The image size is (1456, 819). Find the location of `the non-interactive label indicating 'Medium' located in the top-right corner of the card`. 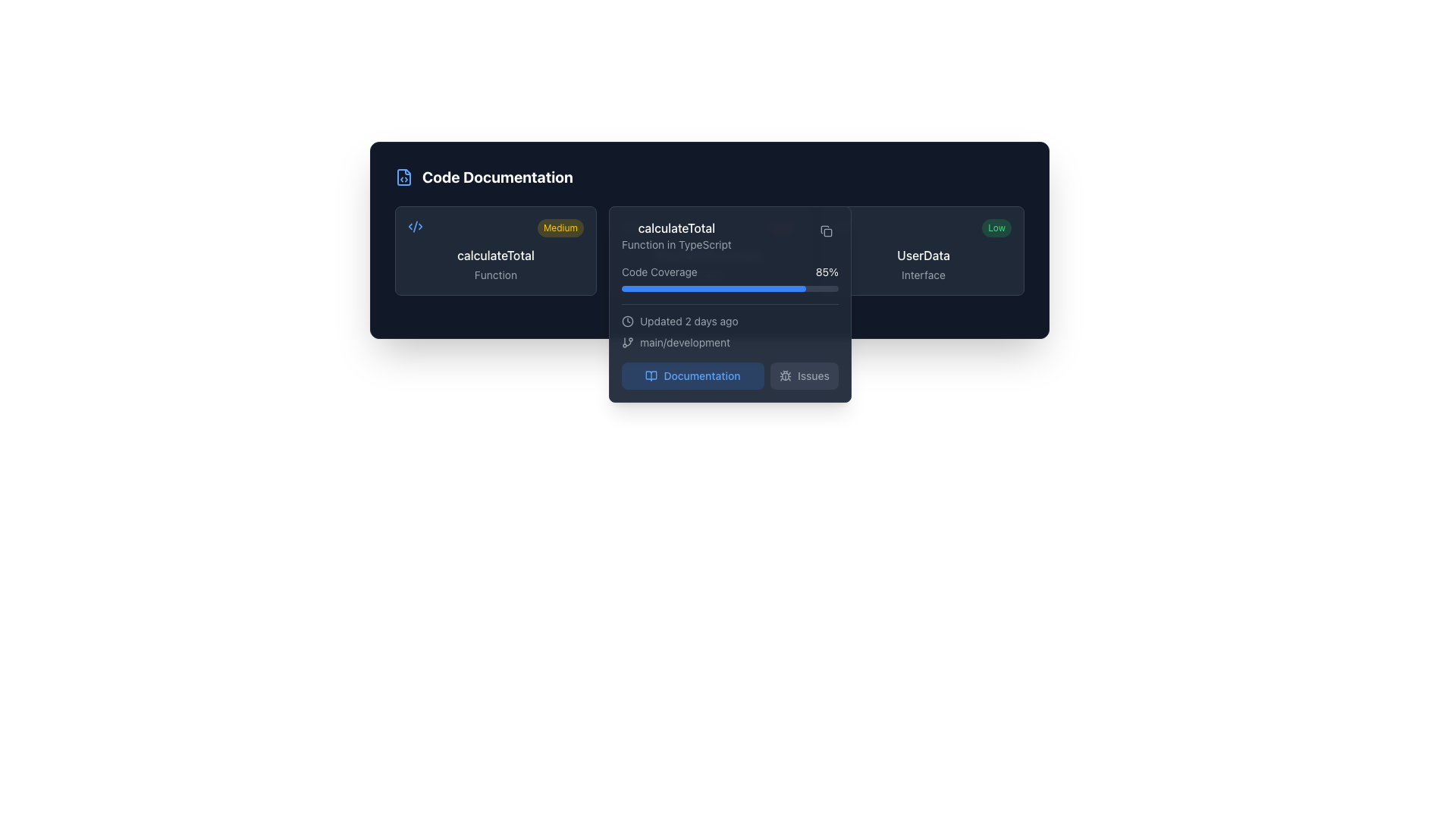

the non-interactive label indicating 'Medium' located in the top-right corner of the card is located at coordinates (560, 227).